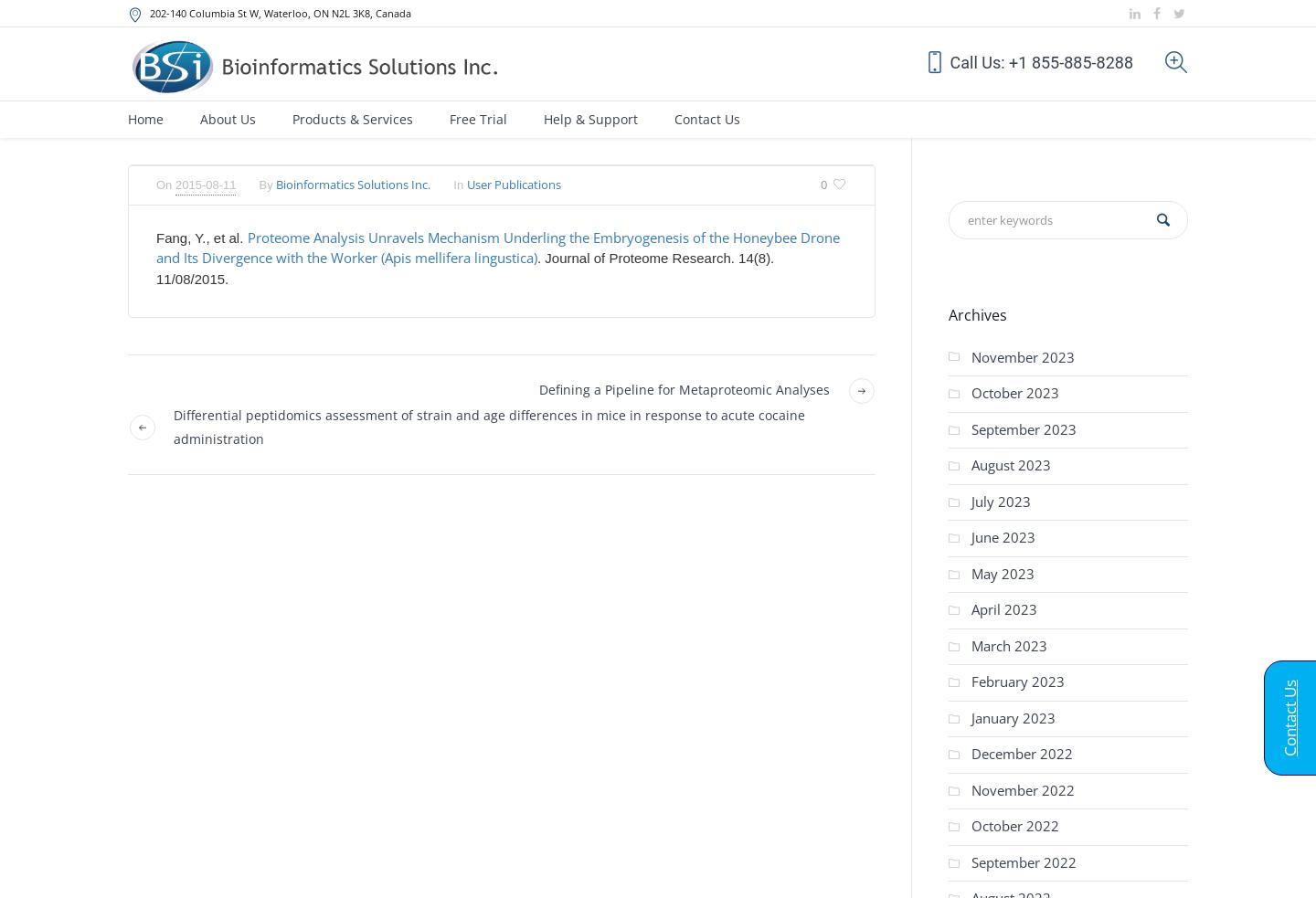 The height and width of the screenshot is (898, 1316). Describe the element at coordinates (1023, 427) in the screenshot. I see `'September 2023'` at that location.